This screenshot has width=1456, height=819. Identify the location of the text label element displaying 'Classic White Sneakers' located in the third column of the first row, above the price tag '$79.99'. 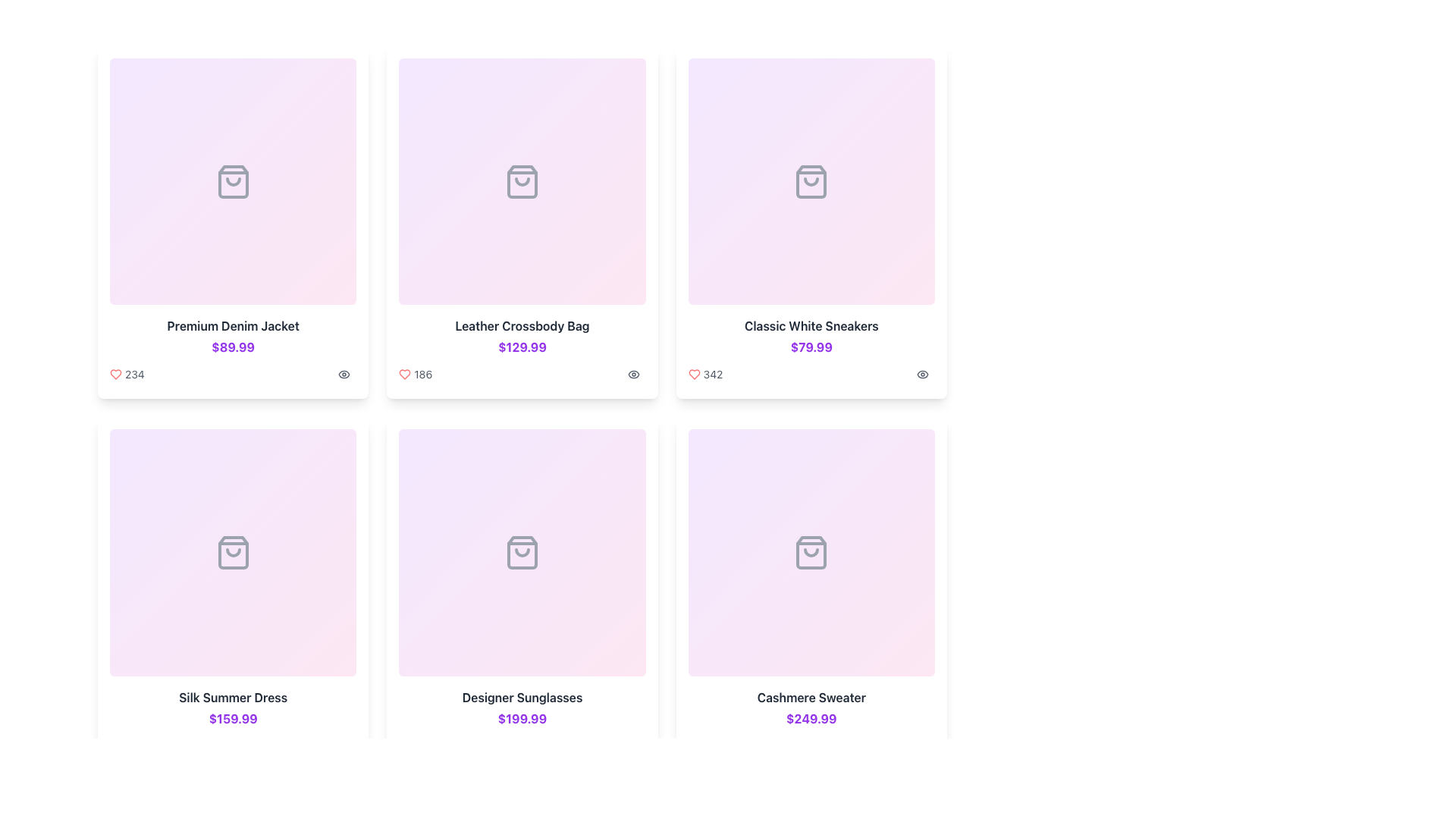
(811, 325).